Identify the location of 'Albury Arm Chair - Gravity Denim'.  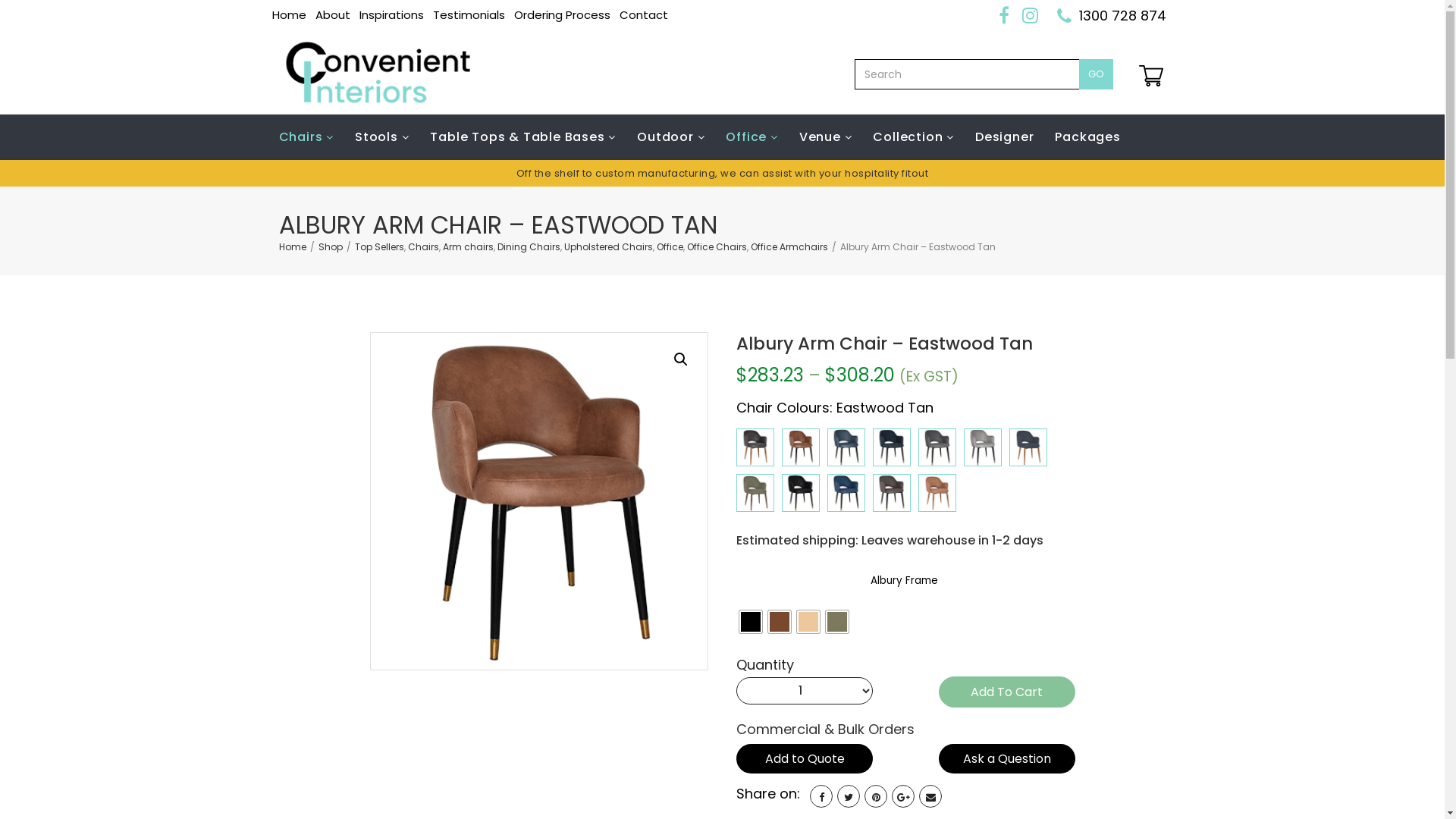
(846, 447).